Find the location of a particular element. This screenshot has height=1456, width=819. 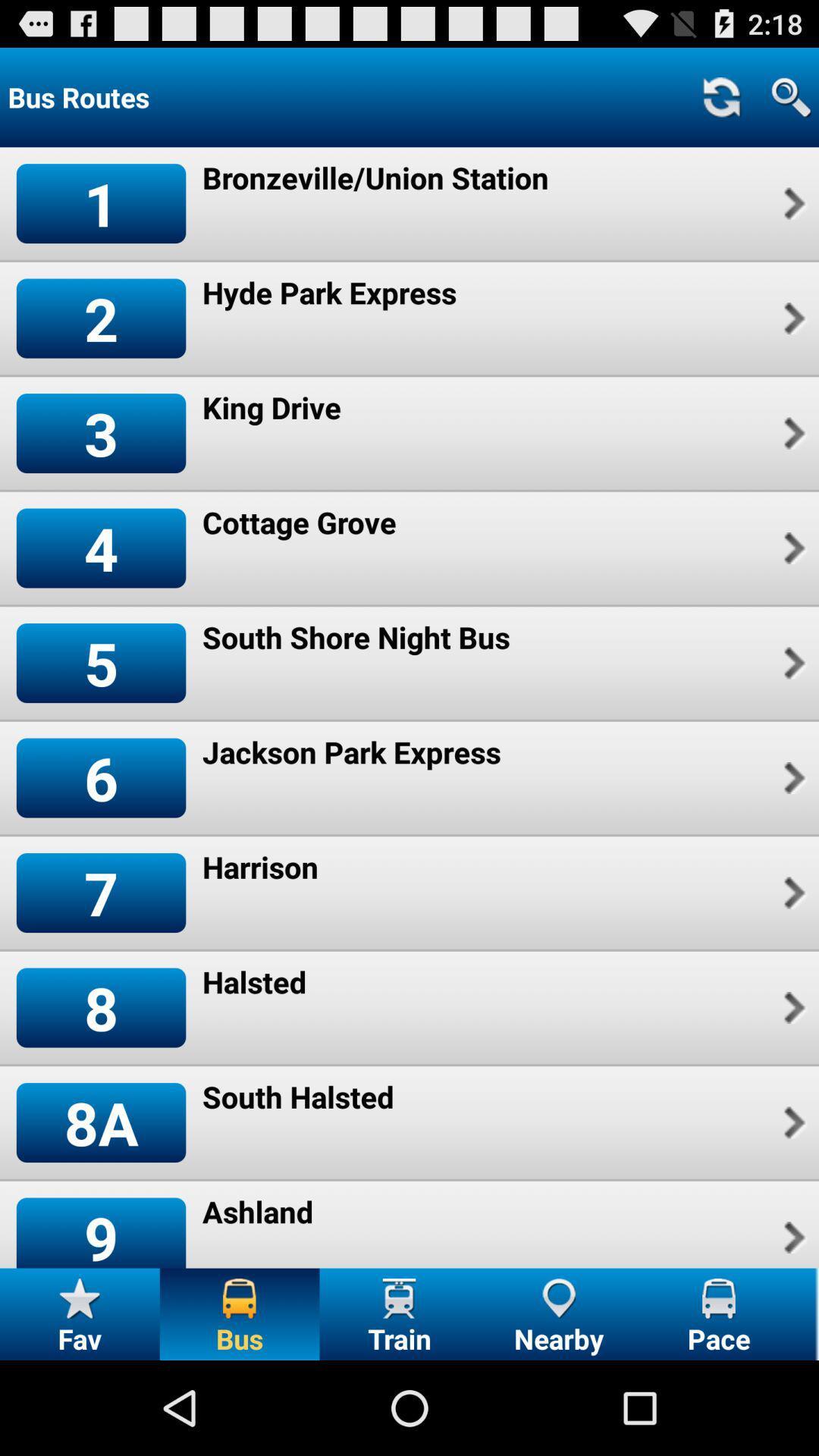

the item below the 5 is located at coordinates (101, 778).